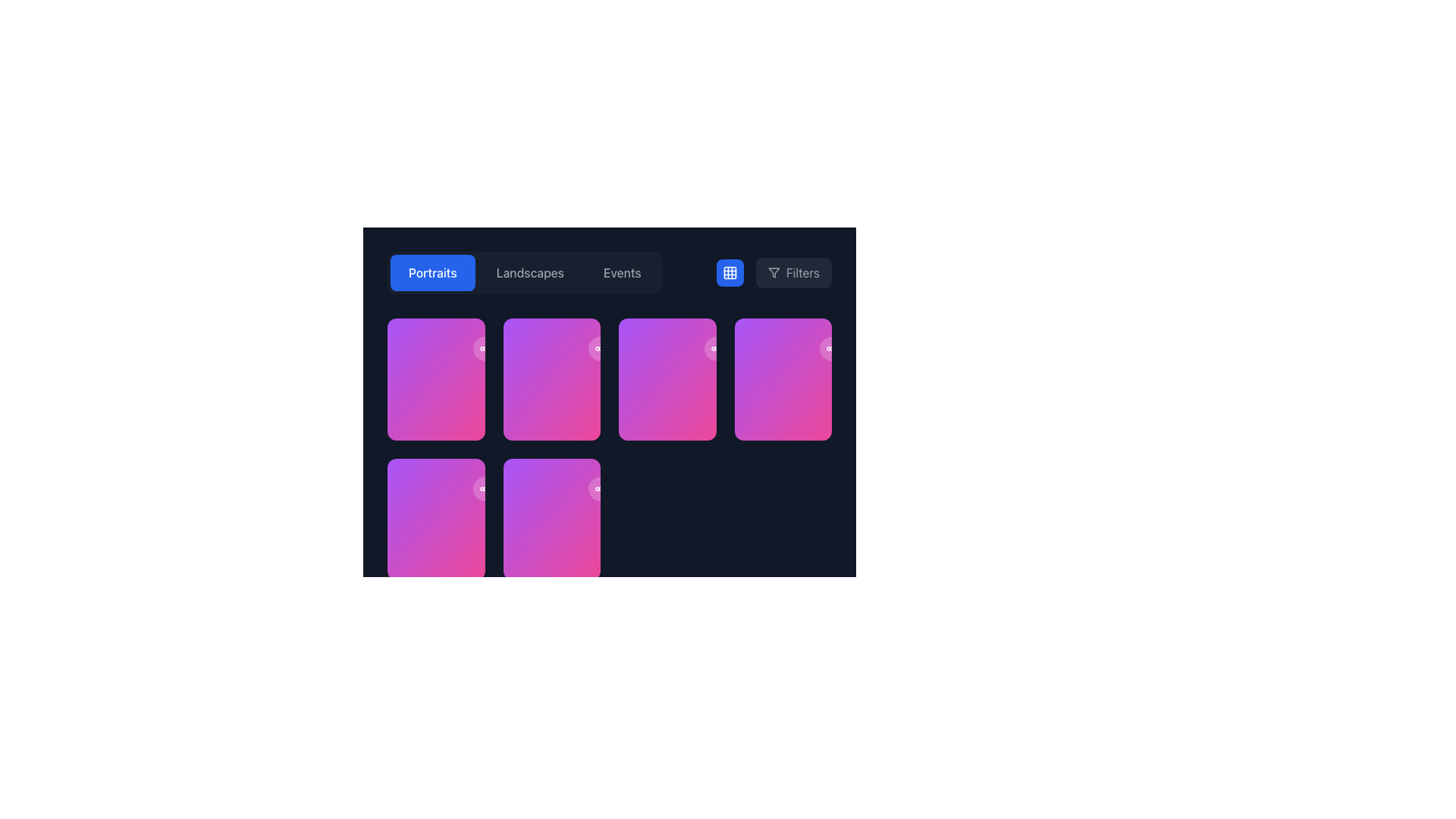  What do you see at coordinates (773, 271) in the screenshot?
I see `the filter icon located within the 'Filters' button on the top menu bar` at bounding box center [773, 271].